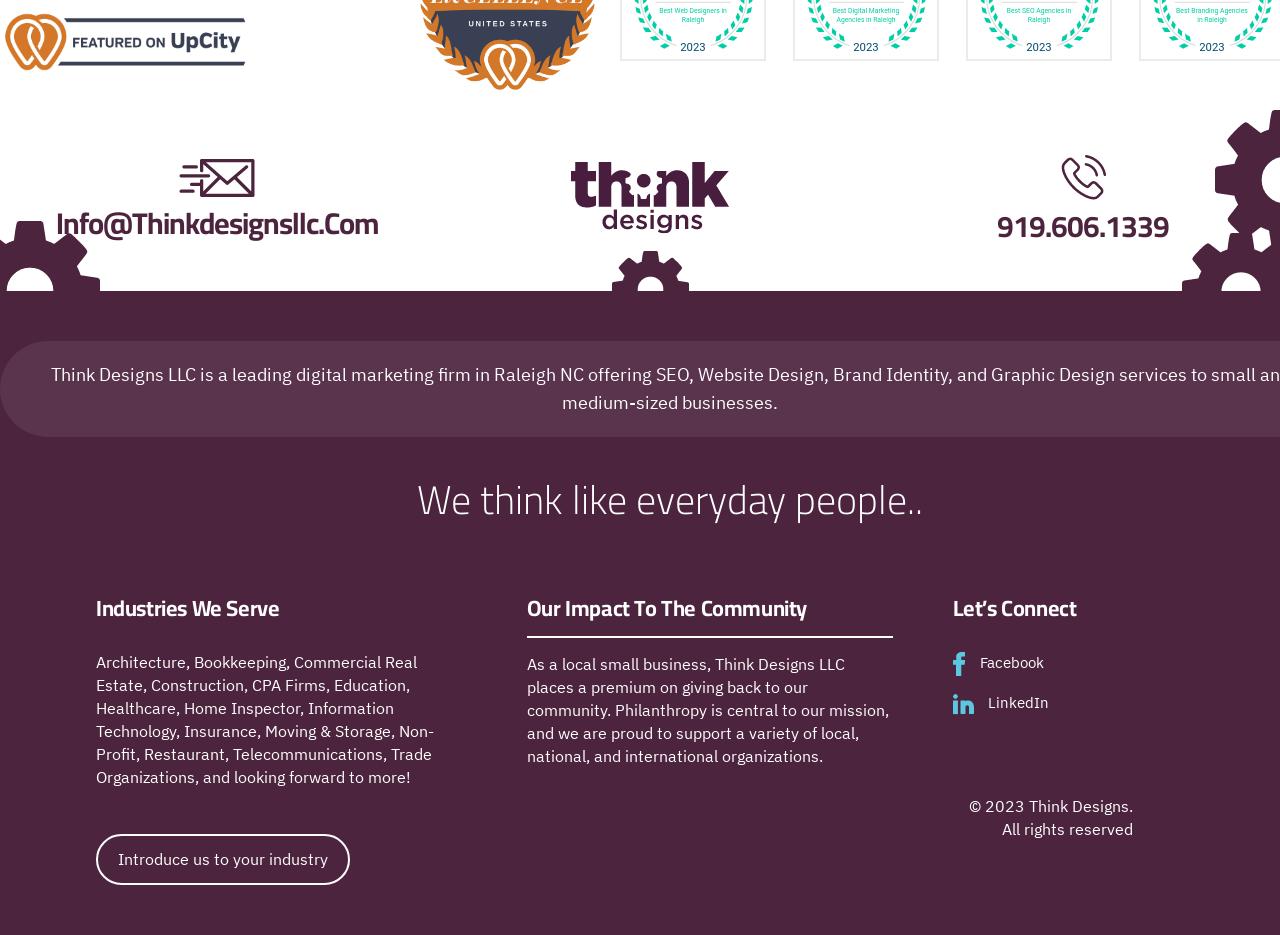  Describe the element at coordinates (187, 607) in the screenshot. I see `'Industries we serve'` at that location.